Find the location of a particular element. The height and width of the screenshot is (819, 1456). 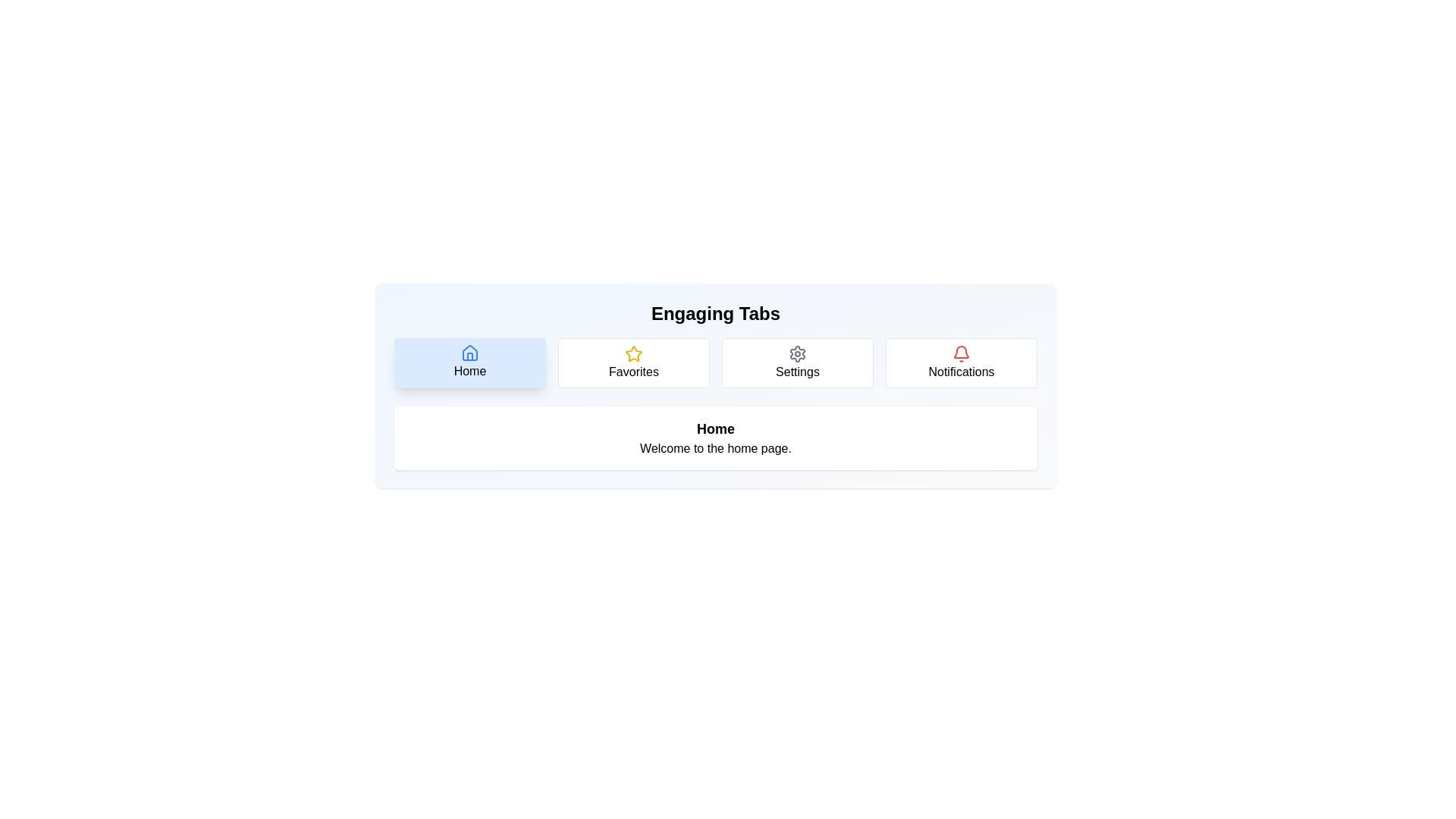

the Settings tab by clicking its button is located at coordinates (796, 362).